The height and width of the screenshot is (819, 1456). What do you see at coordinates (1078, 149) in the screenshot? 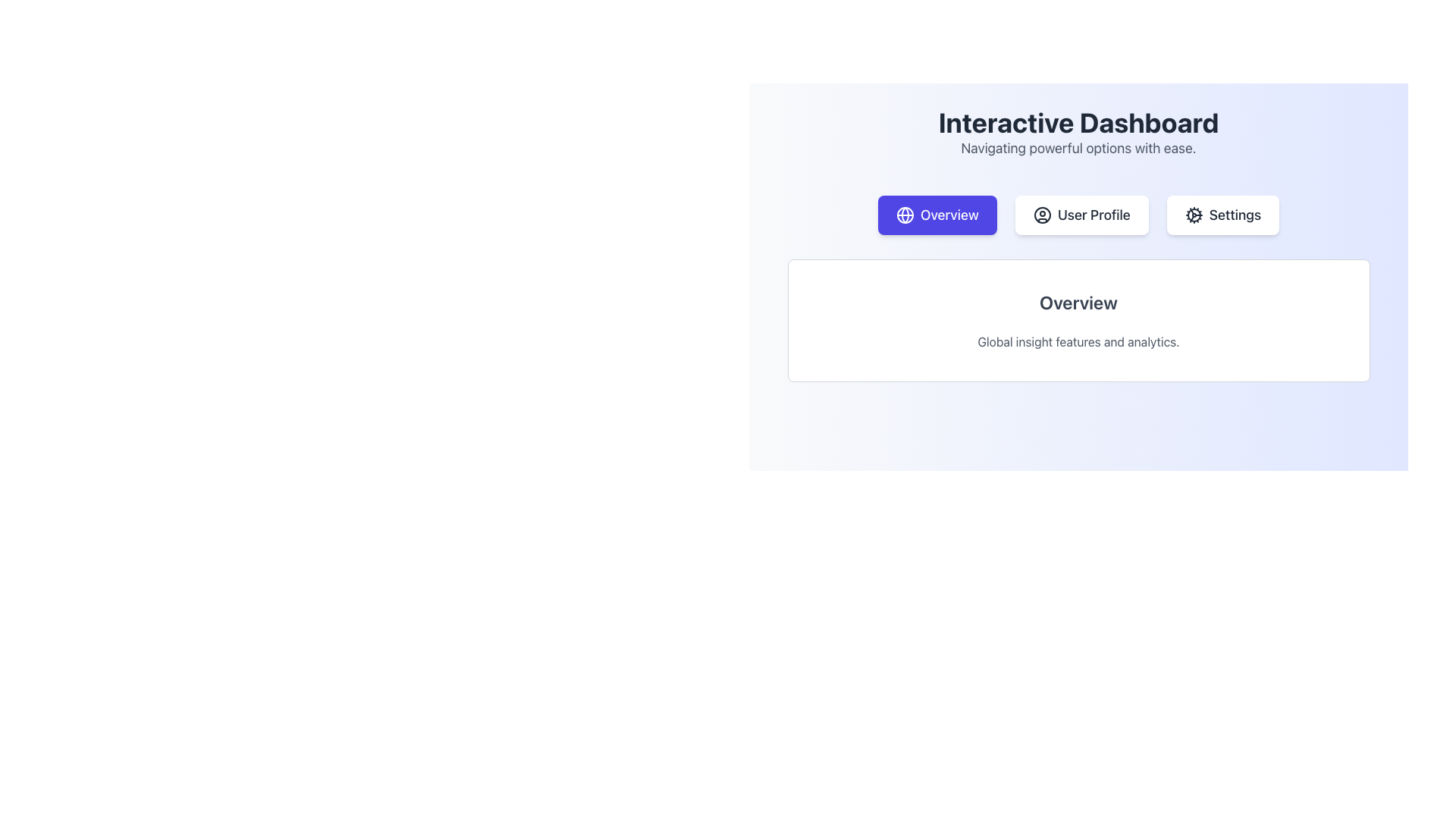
I see `the static text element that reads 'Navigating powerful options with ease.' which is displayed in light gray color and is centered below the title 'Interactive Dashboard'` at bounding box center [1078, 149].